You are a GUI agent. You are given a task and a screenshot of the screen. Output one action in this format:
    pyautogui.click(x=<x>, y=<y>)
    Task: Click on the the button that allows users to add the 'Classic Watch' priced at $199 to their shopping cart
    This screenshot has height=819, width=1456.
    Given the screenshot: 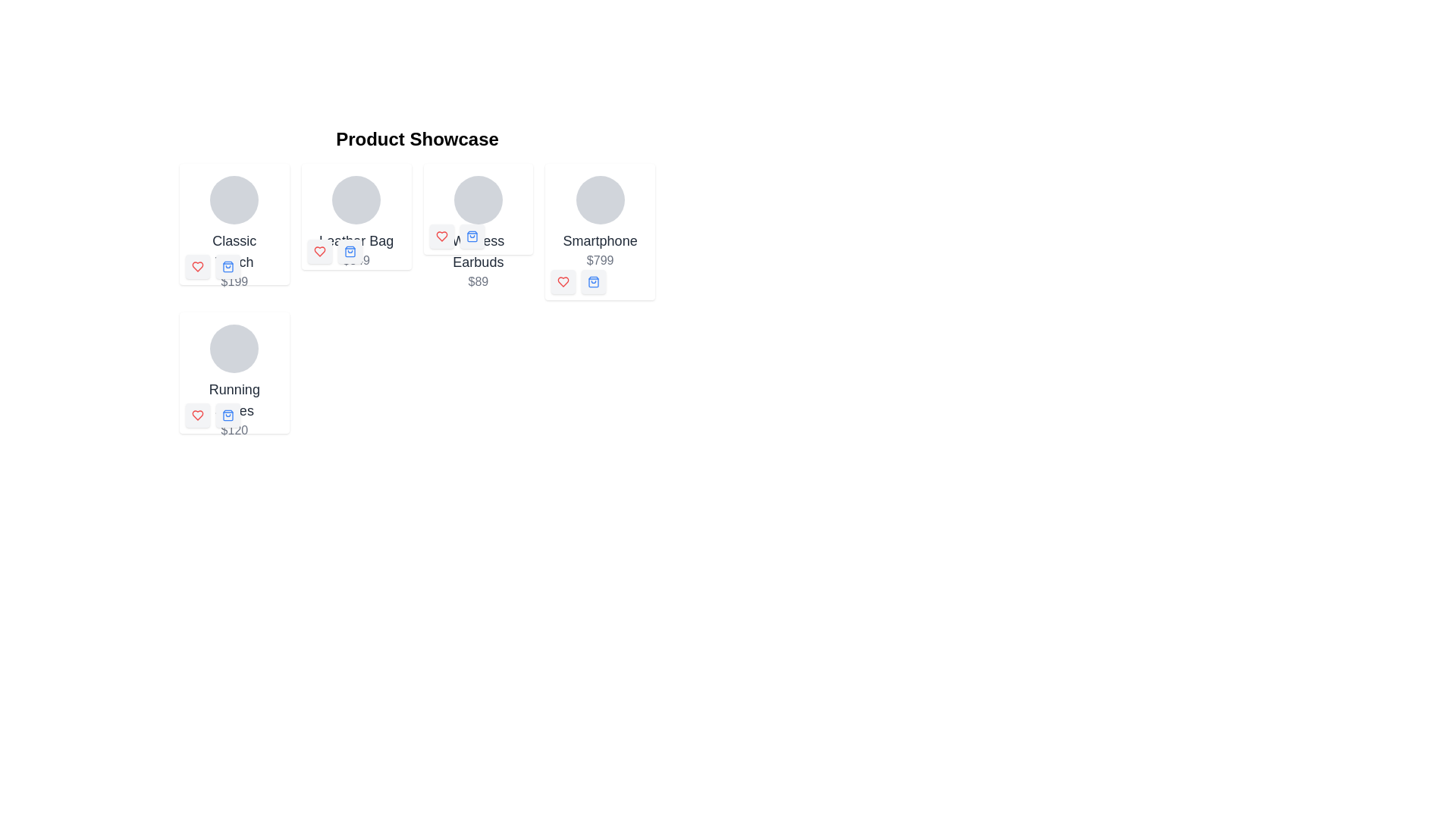 What is the action you would take?
    pyautogui.click(x=227, y=265)
    